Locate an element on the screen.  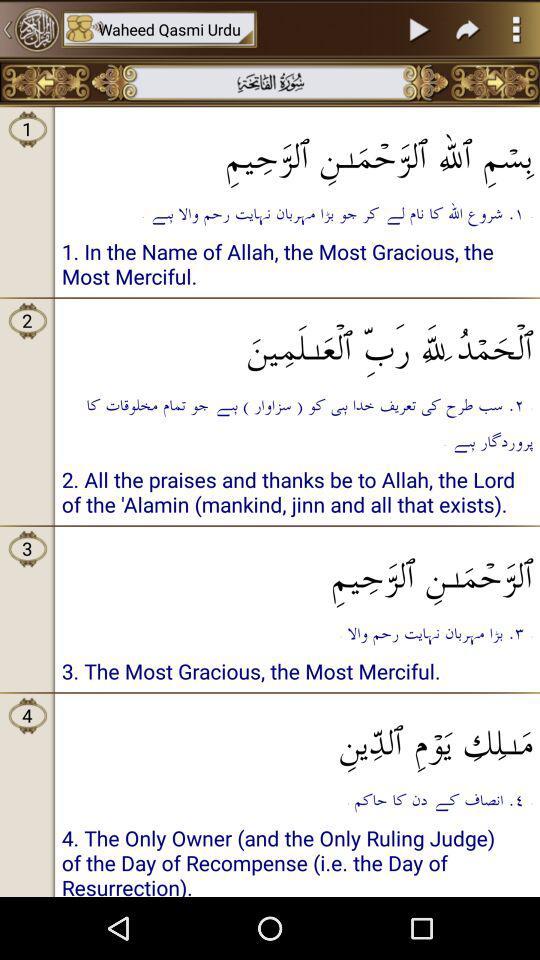
back is located at coordinates (45, 82).